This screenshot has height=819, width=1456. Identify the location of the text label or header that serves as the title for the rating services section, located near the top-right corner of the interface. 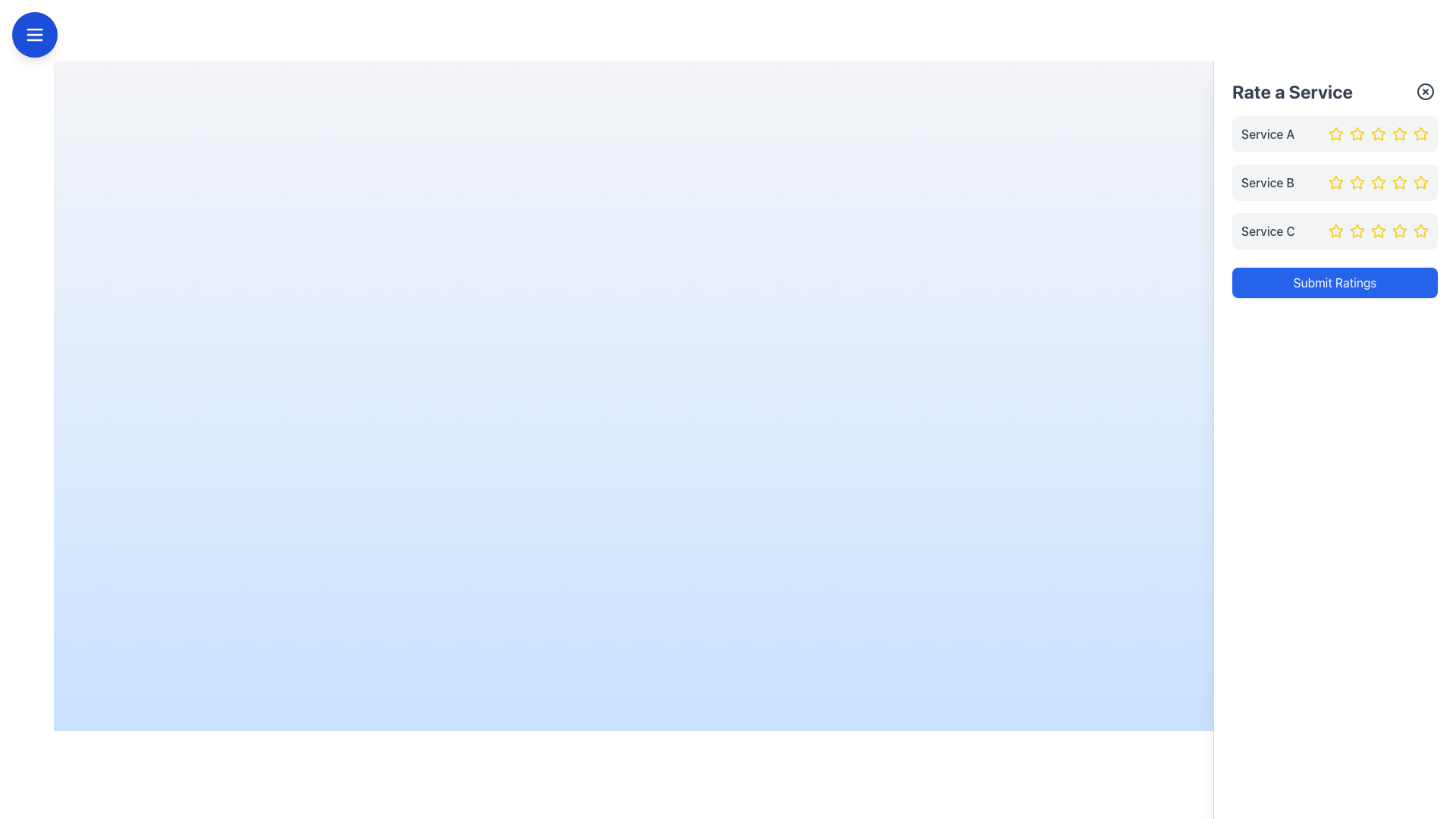
(1291, 91).